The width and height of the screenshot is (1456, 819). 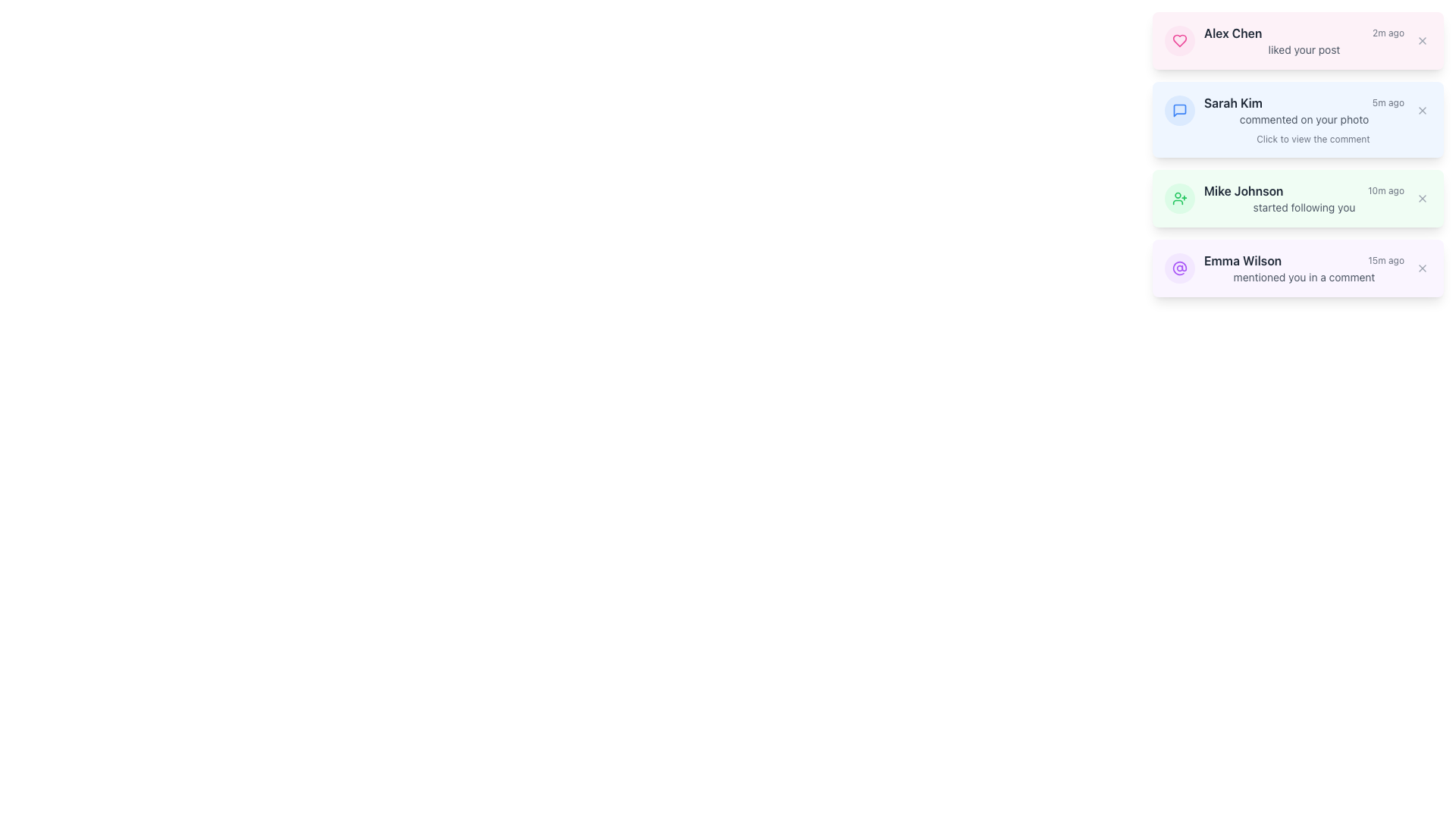 I want to click on the 'X' icon located in the top-right corner of the notification panel, so click(x=1422, y=198).